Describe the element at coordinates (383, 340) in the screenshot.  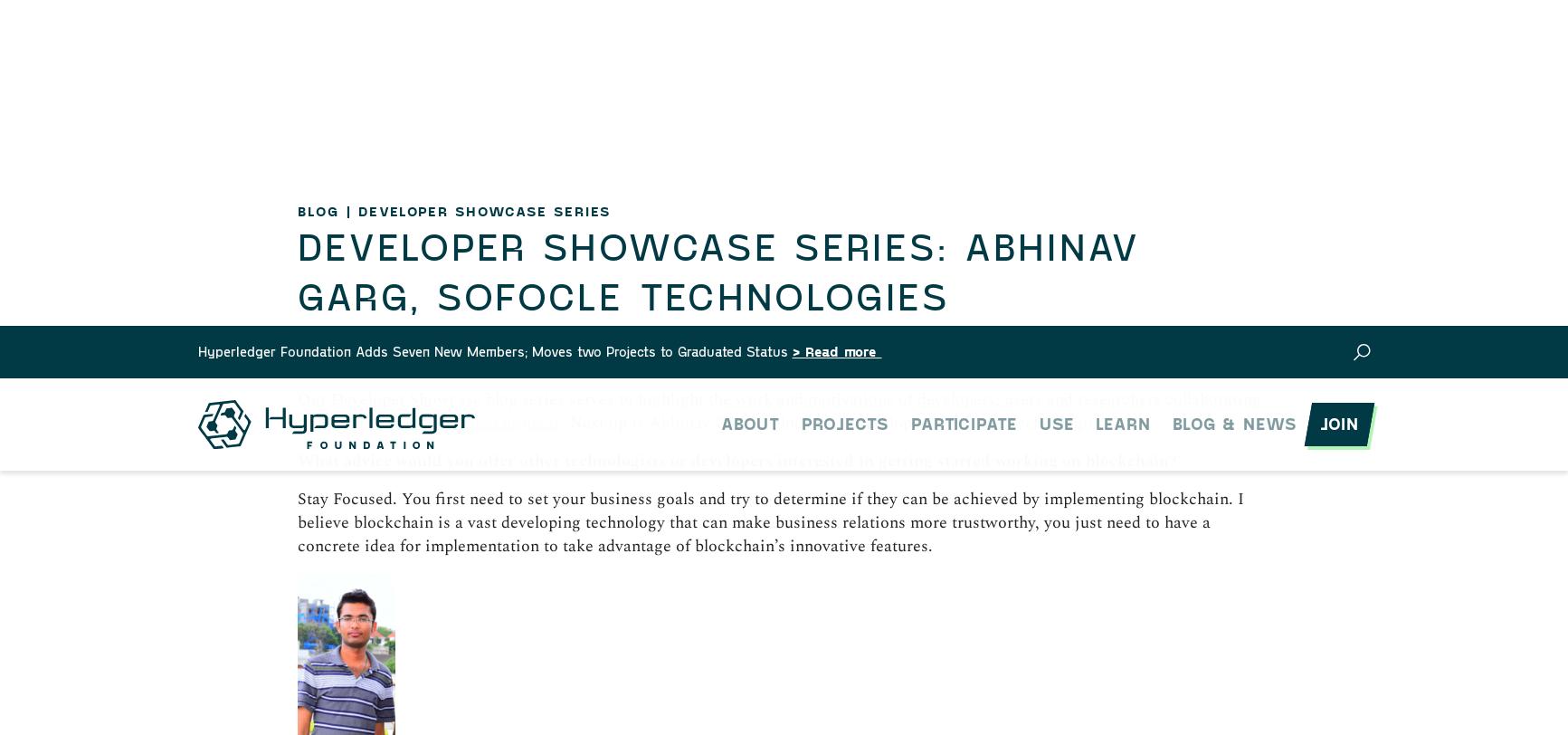
I see `'Research'` at that location.